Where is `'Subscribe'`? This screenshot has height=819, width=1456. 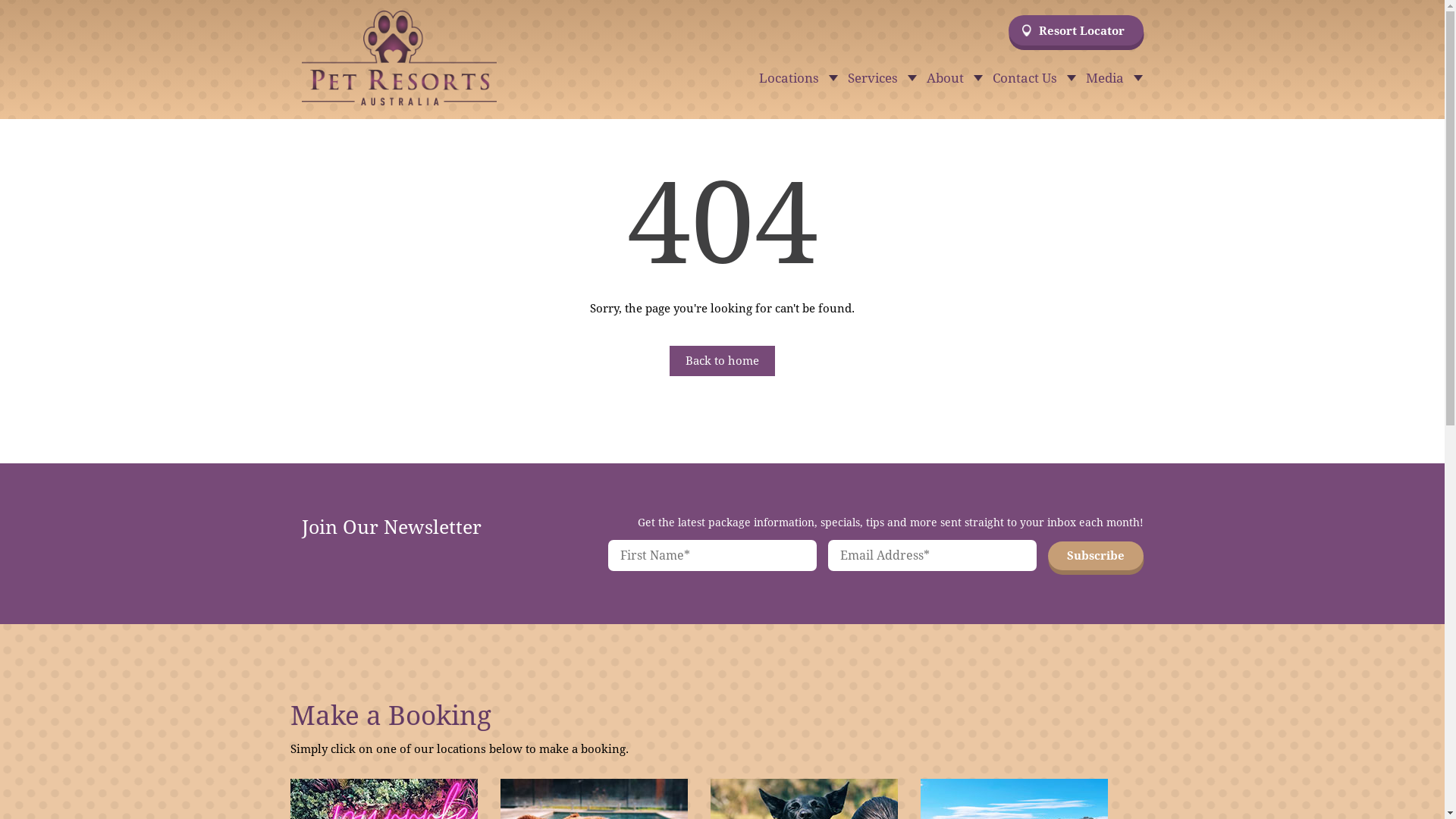
'Subscribe' is located at coordinates (1095, 555).